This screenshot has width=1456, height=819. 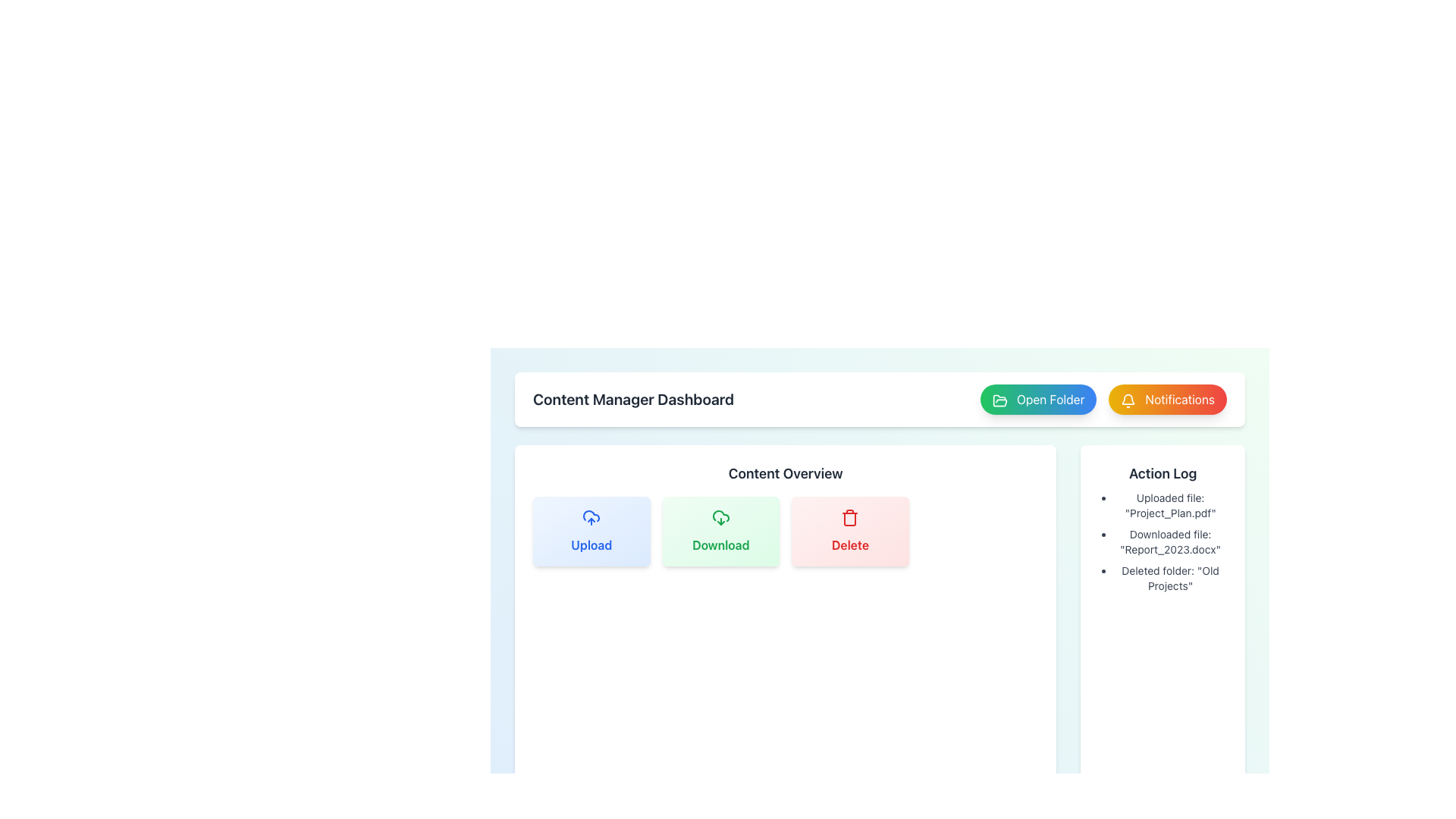 I want to click on the folder icon with a minimalistic outline style and a green background, which is the leftmost component of the 'Open Folder' button, so click(x=999, y=400).